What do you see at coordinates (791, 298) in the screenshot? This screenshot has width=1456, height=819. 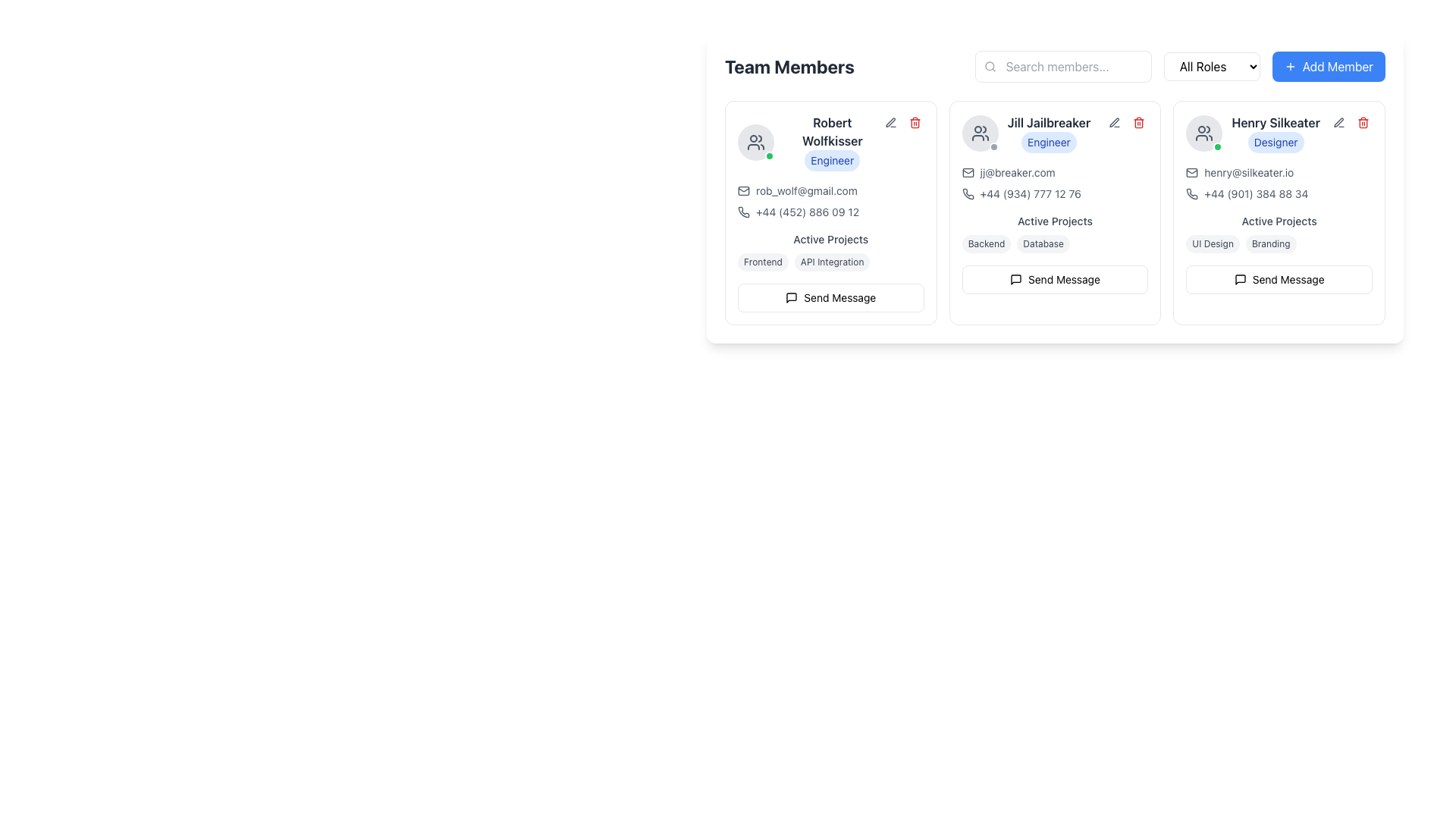 I see `the messaging icon located to the left of the 'Send Message' label within the button, which indicates the functionality to send a message to a team member` at bounding box center [791, 298].